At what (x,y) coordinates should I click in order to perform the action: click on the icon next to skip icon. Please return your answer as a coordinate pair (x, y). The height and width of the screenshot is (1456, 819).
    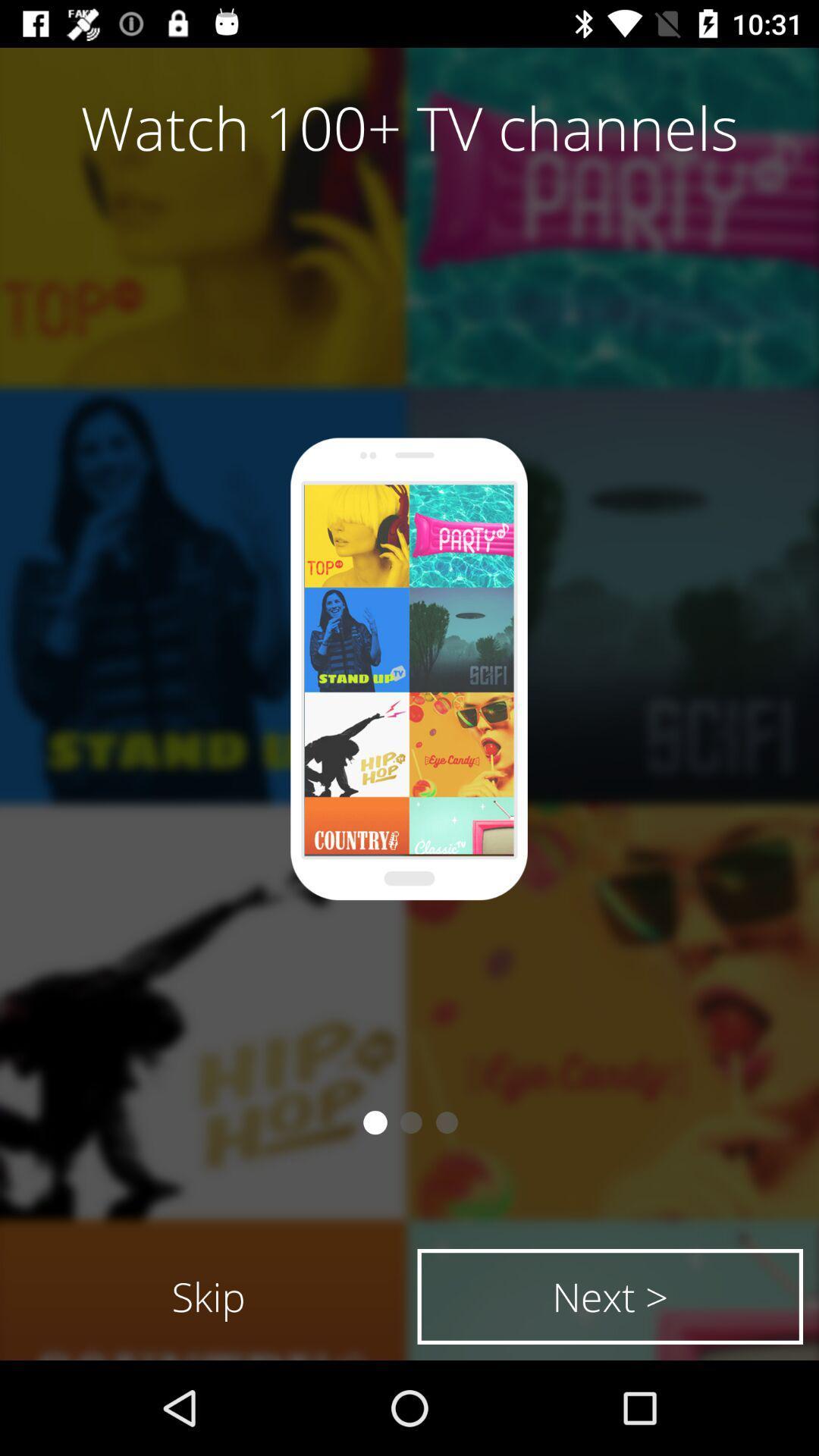
    Looking at the image, I should click on (609, 1295).